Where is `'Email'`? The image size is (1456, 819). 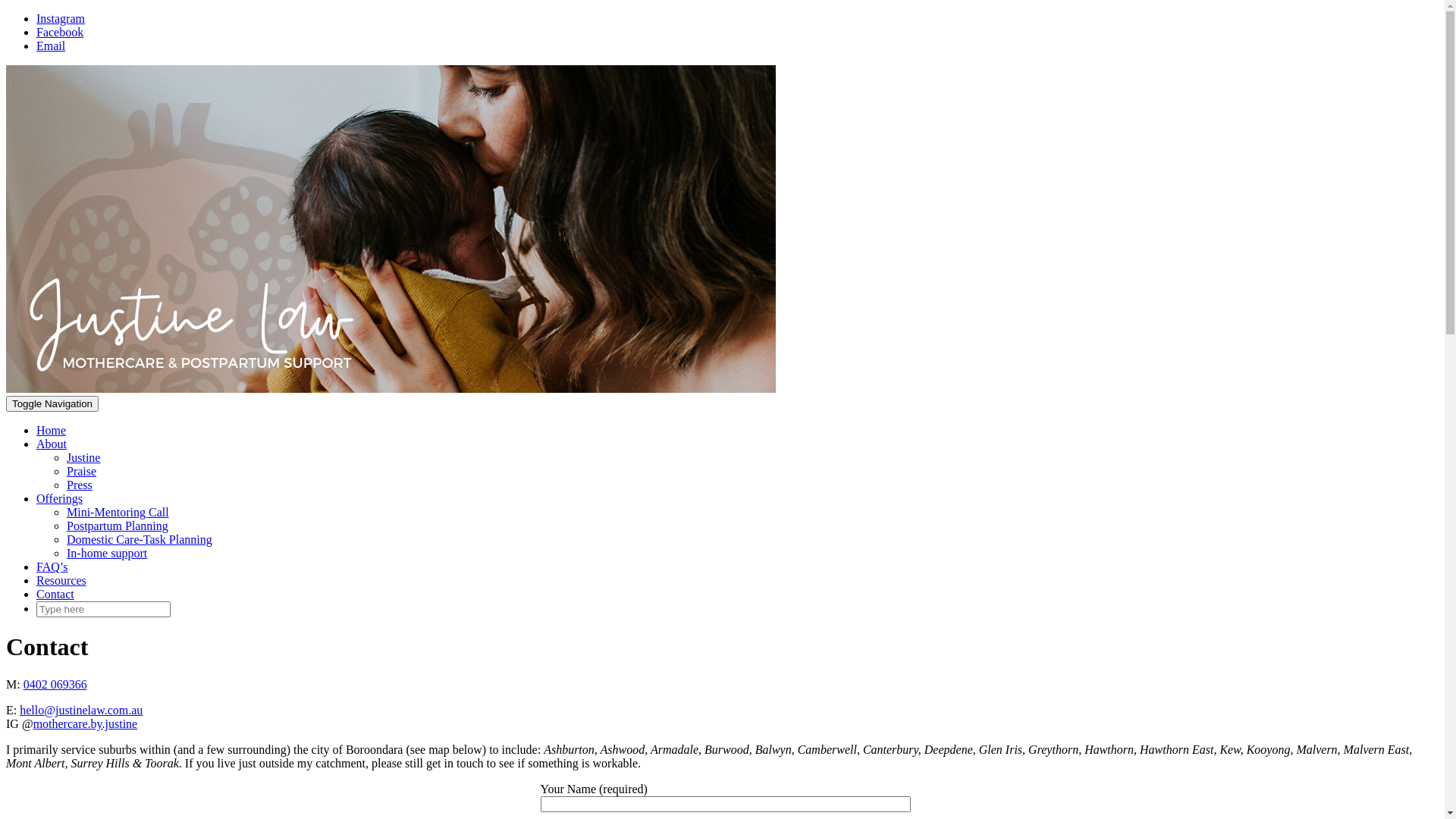 'Email' is located at coordinates (51, 45).